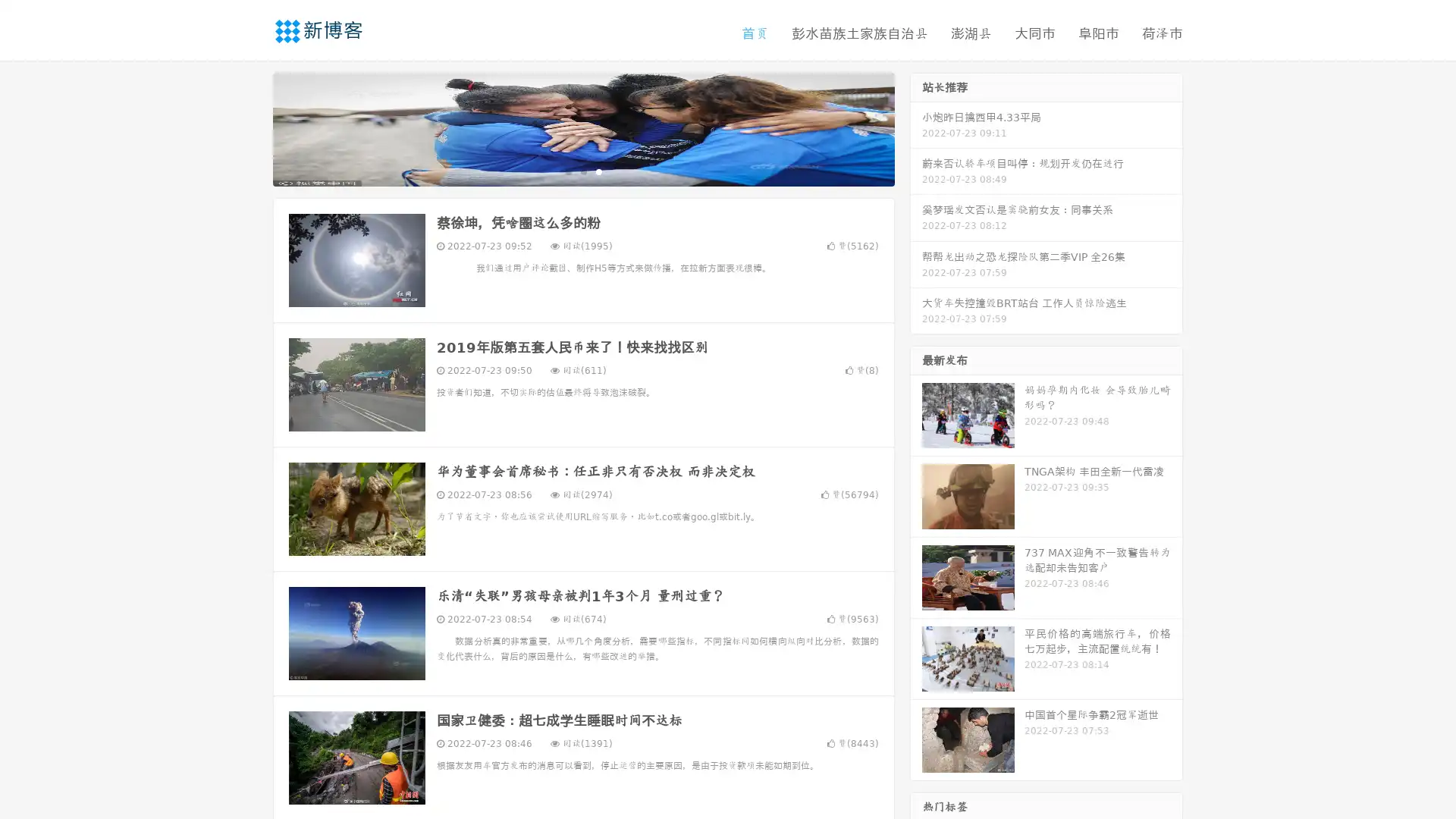 This screenshot has width=1456, height=819. Describe the element at coordinates (250, 127) in the screenshot. I see `Previous slide` at that location.